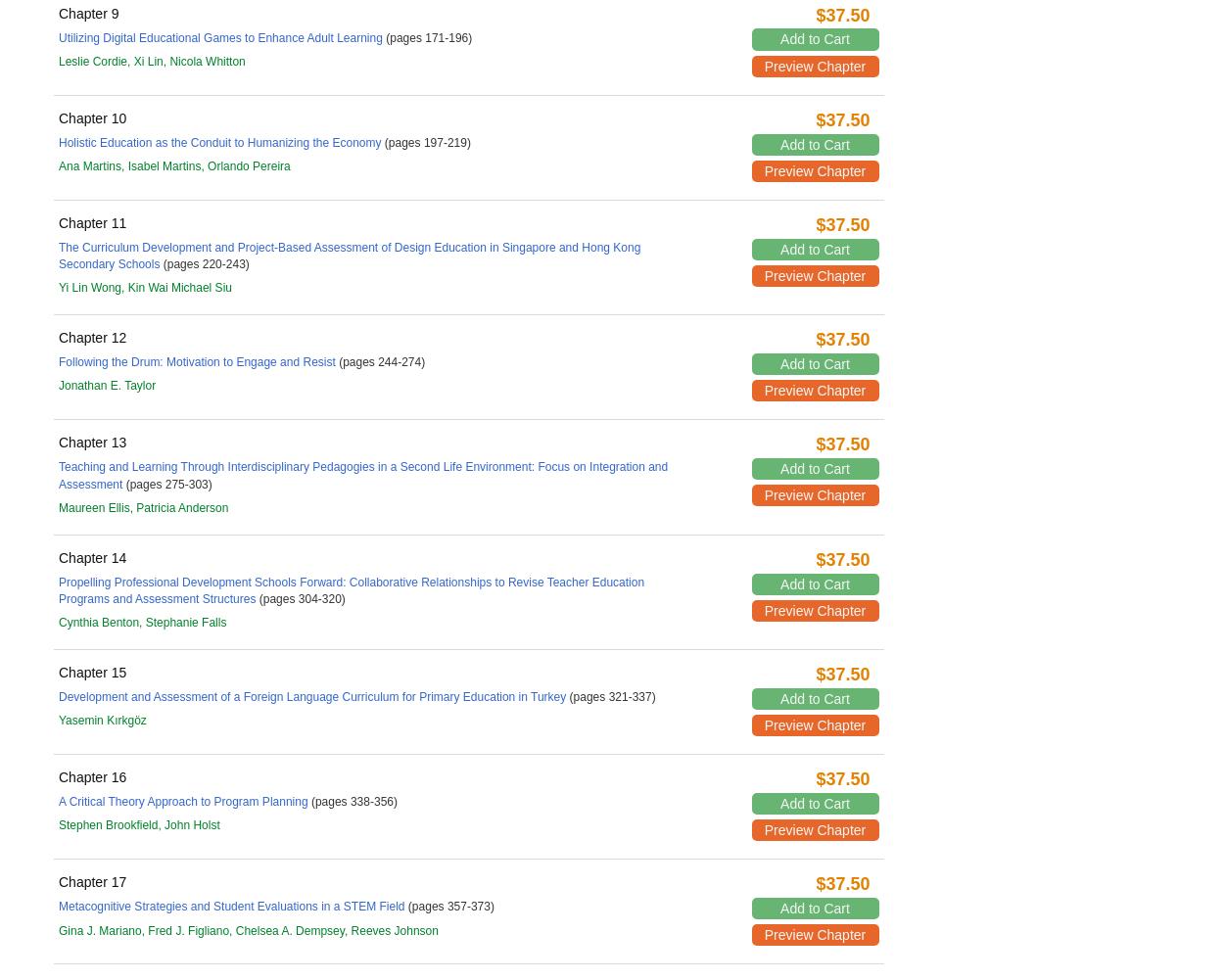 The width and height of the screenshot is (1224, 980). I want to click on '(pages 275-303)', so click(122, 483).